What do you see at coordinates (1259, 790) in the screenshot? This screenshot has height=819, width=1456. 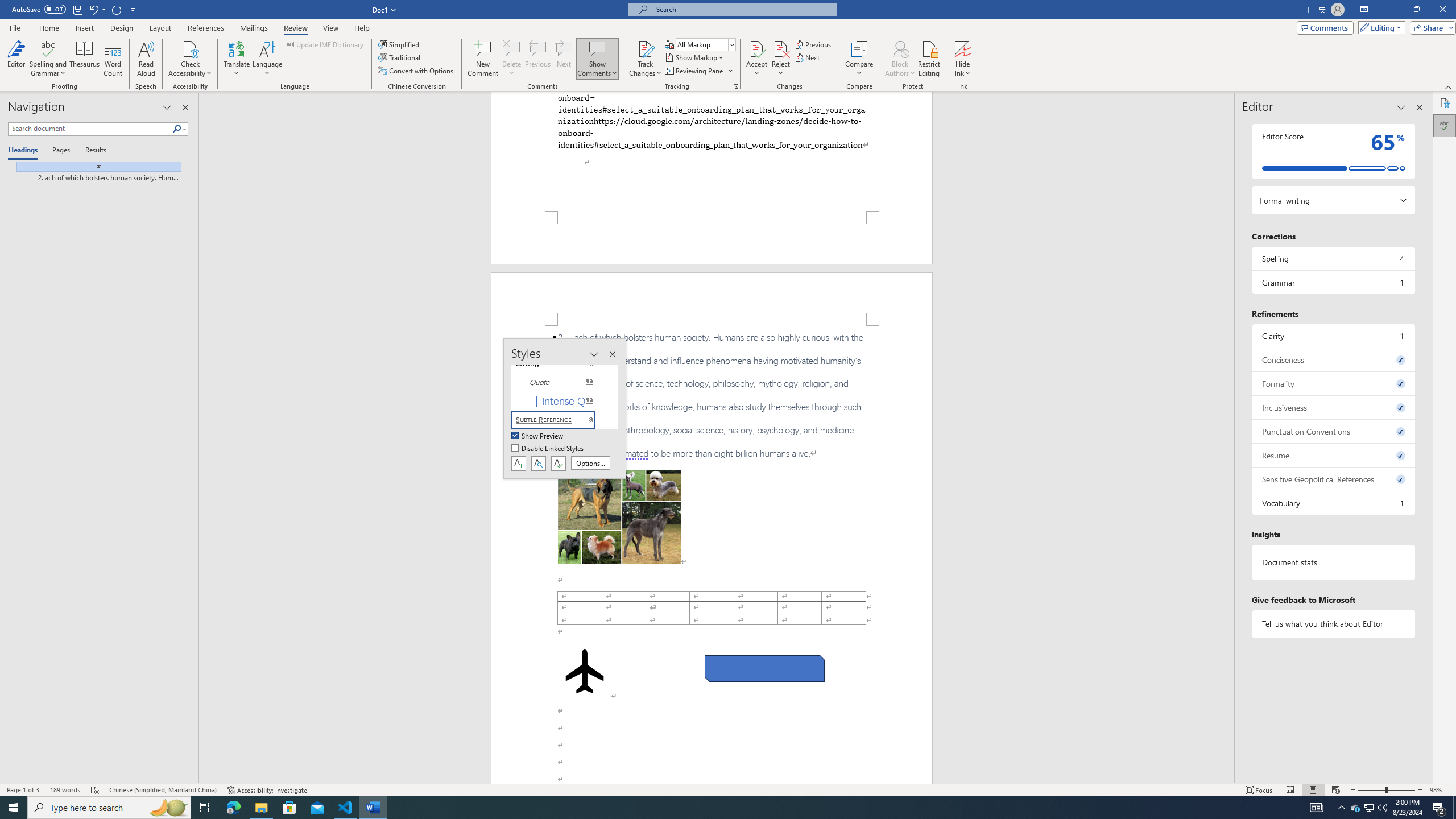 I see `'Focus '` at bounding box center [1259, 790].